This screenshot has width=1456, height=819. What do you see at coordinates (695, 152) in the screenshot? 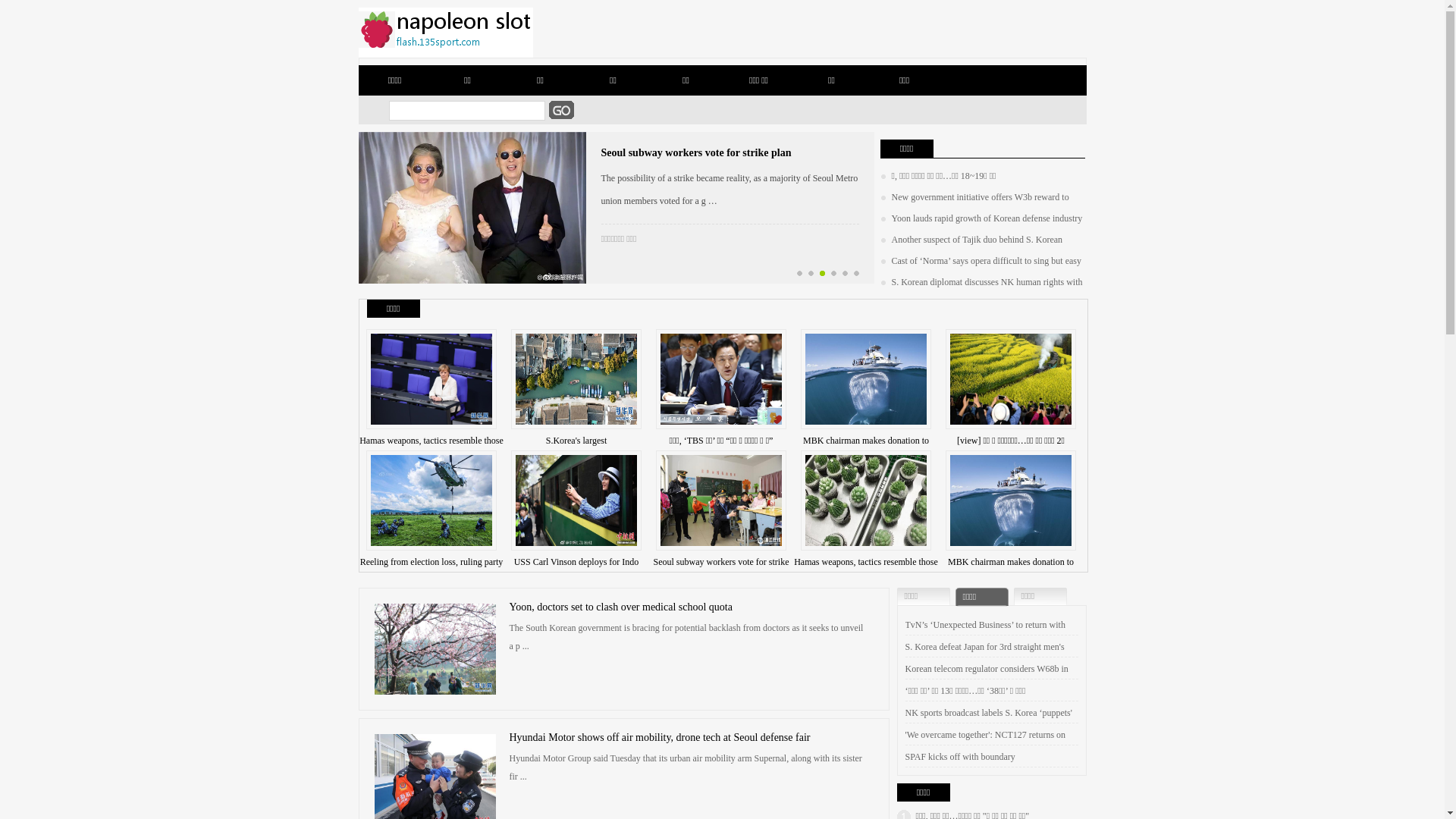
I see `'Seoul subway workers vote for strike plan'` at bounding box center [695, 152].